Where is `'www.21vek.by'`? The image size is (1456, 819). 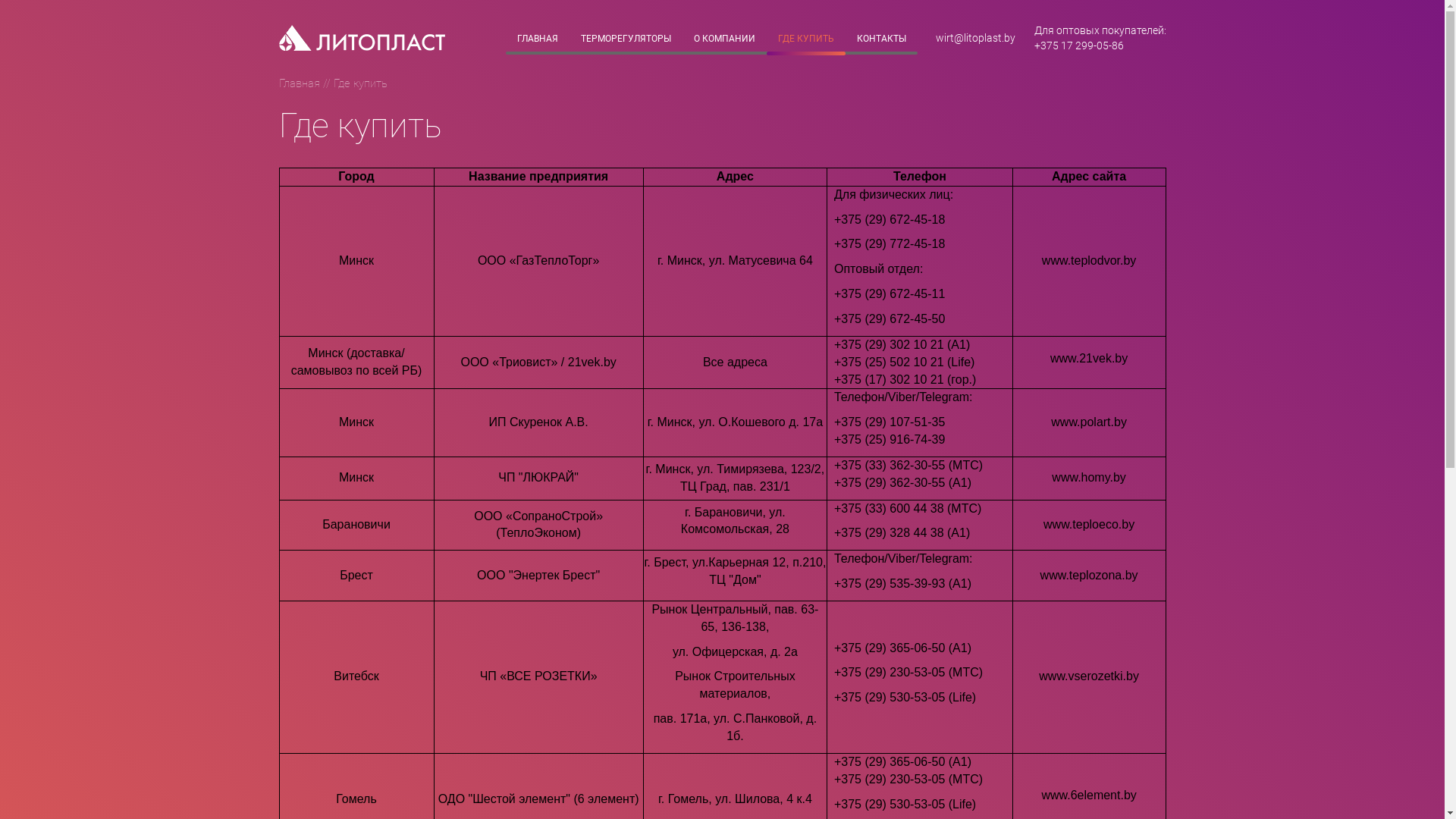
'www.21vek.by' is located at coordinates (1087, 358).